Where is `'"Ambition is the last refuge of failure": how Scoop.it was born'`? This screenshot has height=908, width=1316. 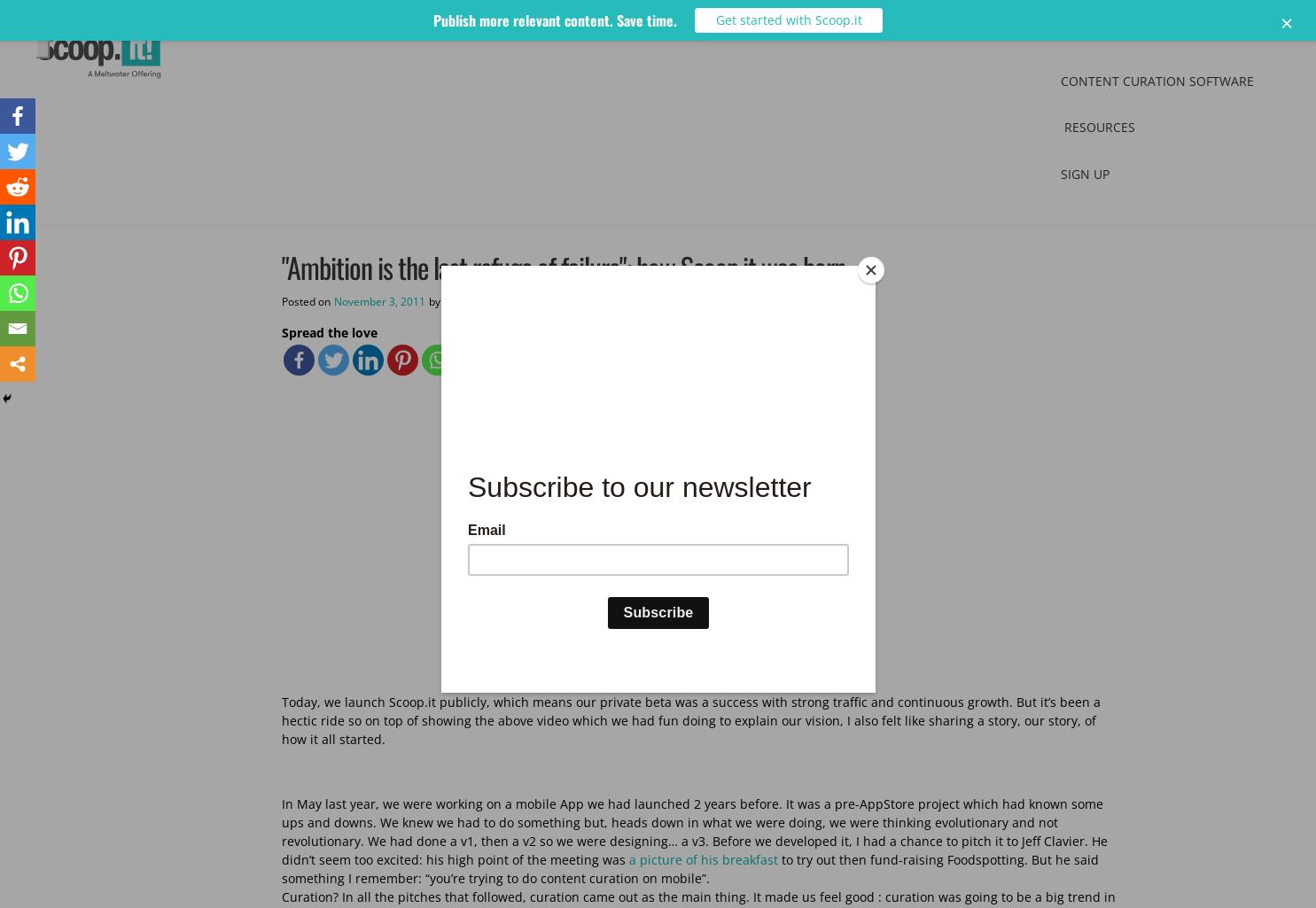 '"Ambition is the last refuge of failure": how Scoop.it was born' is located at coordinates (280, 267).